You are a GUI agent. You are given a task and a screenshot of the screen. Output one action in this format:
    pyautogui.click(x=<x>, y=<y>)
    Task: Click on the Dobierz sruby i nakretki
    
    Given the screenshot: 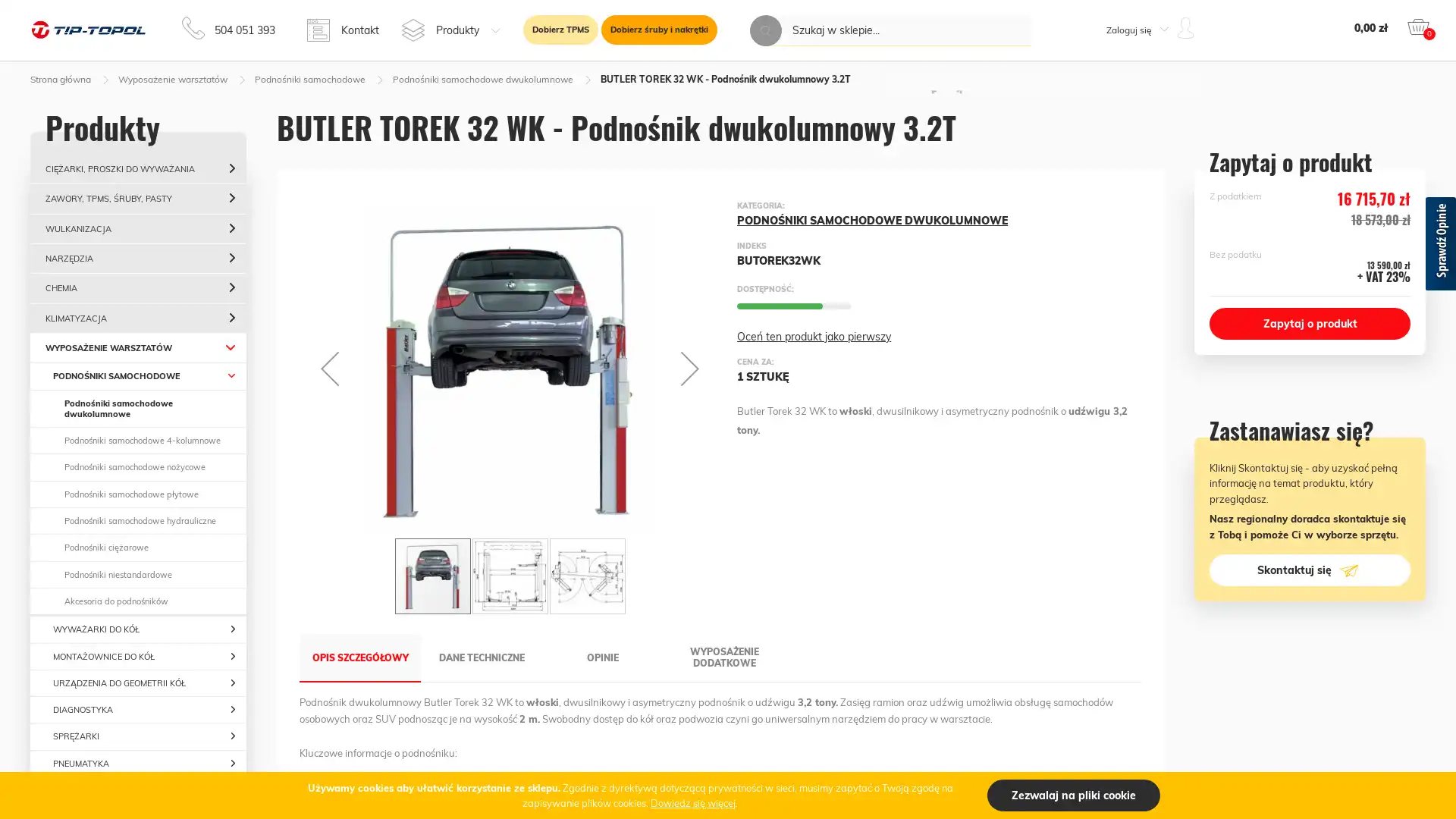 What is the action you would take?
    pyautogui.click(x=659, y=30)
    